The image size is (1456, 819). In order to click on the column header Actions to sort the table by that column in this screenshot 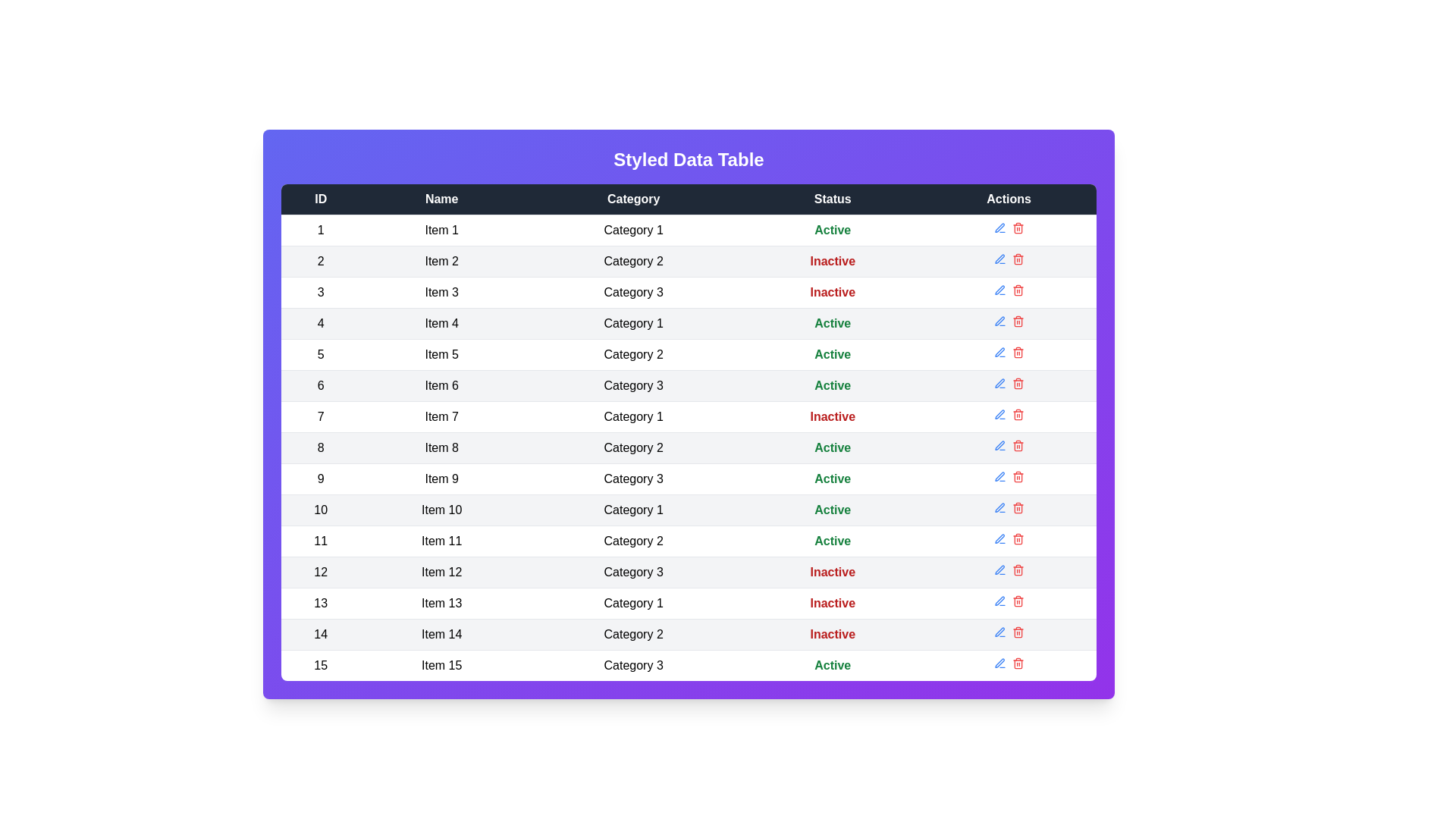, I will do `click(1009, 198)`.